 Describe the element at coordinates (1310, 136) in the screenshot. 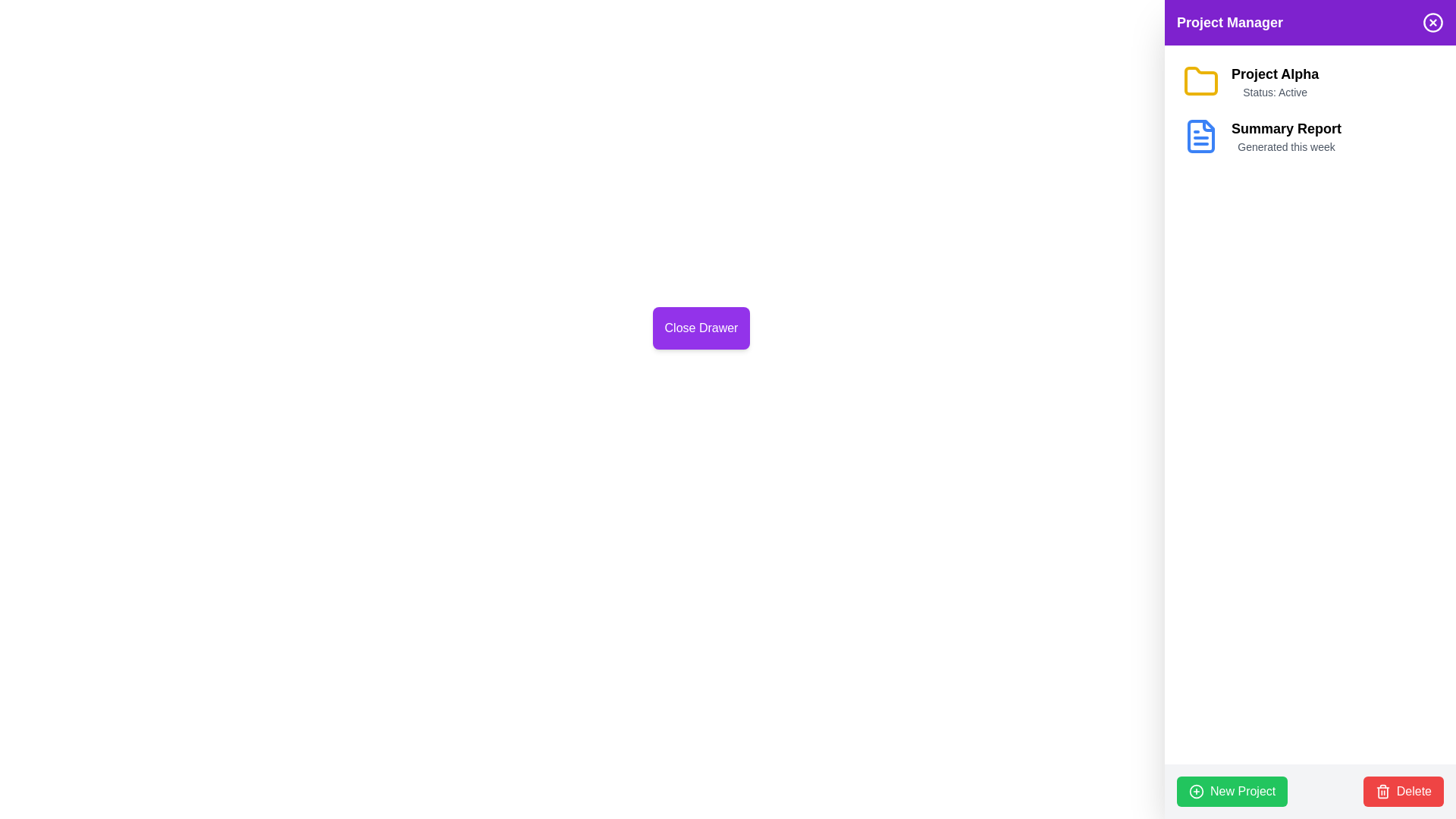

I see `the Informative Panel displaying the 'Summary Report' title and document icon in the sidebar, located below the 'Project Alpha' section` at that location.